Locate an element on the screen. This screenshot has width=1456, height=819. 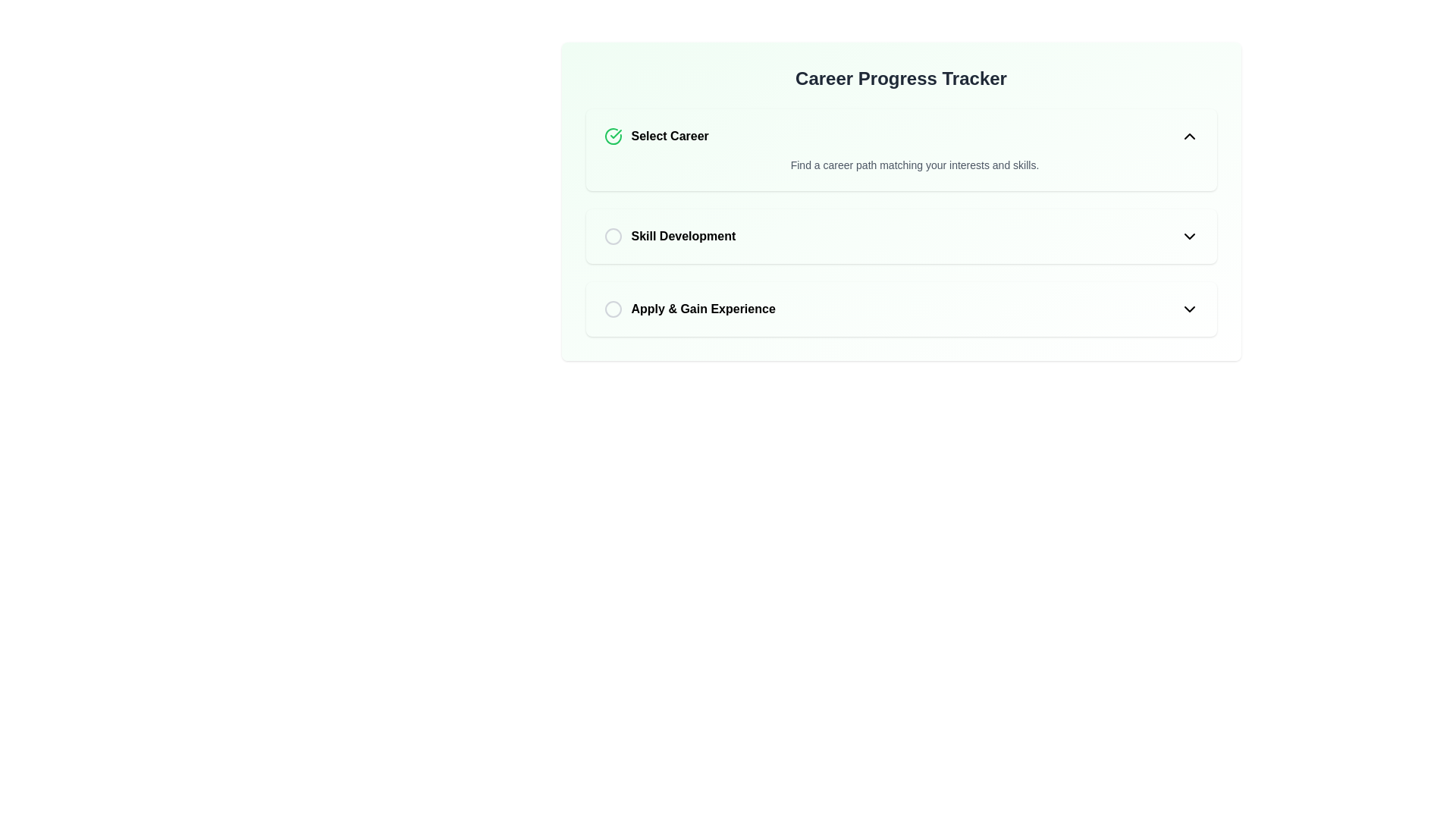
the downward-pointing chevron icon indicating the dropdown menu, located at the far right of the 'Apply & Gain Experience' row is located at coordinates (1188, 309).